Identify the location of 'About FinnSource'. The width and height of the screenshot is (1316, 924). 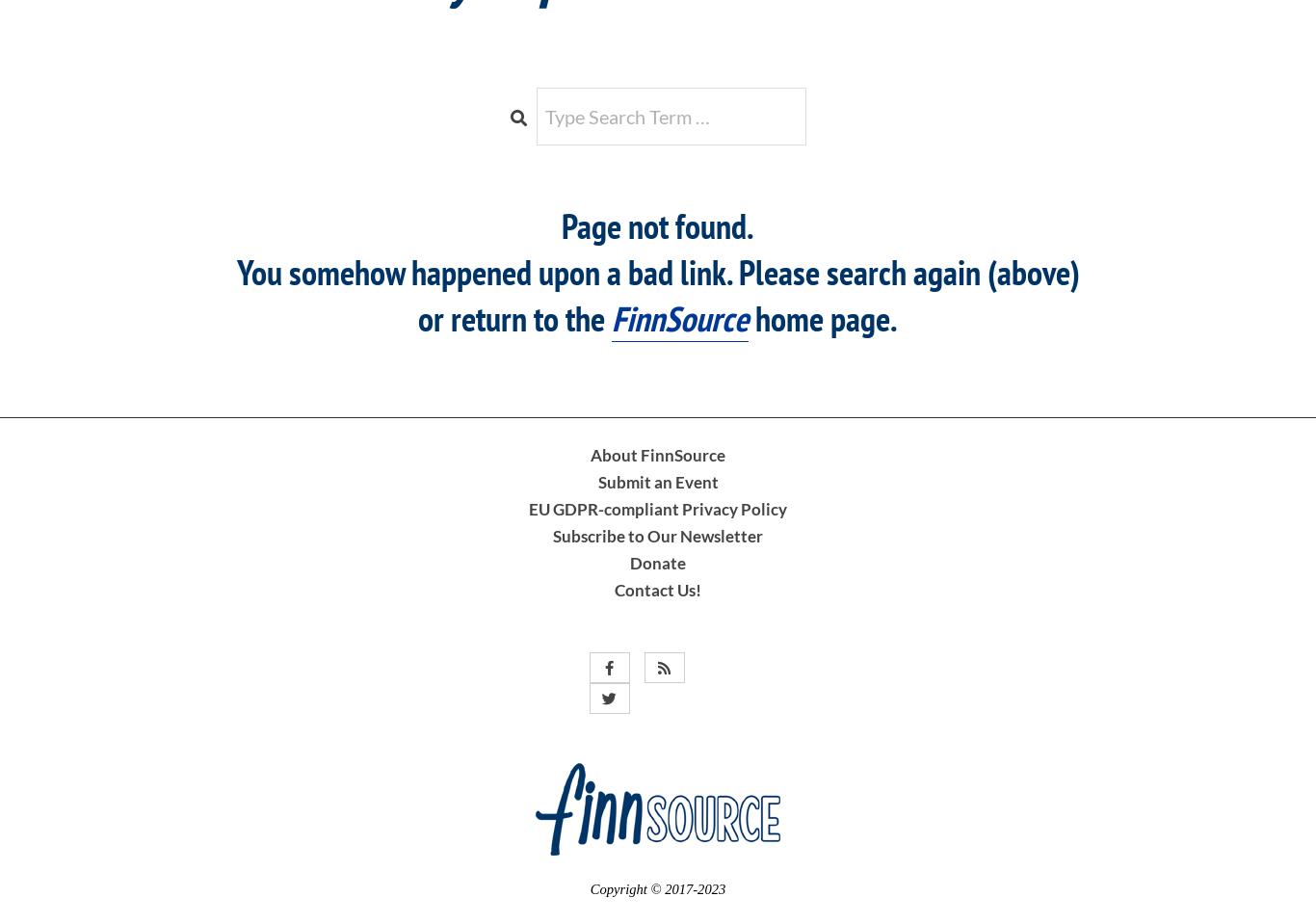
(658, 453).